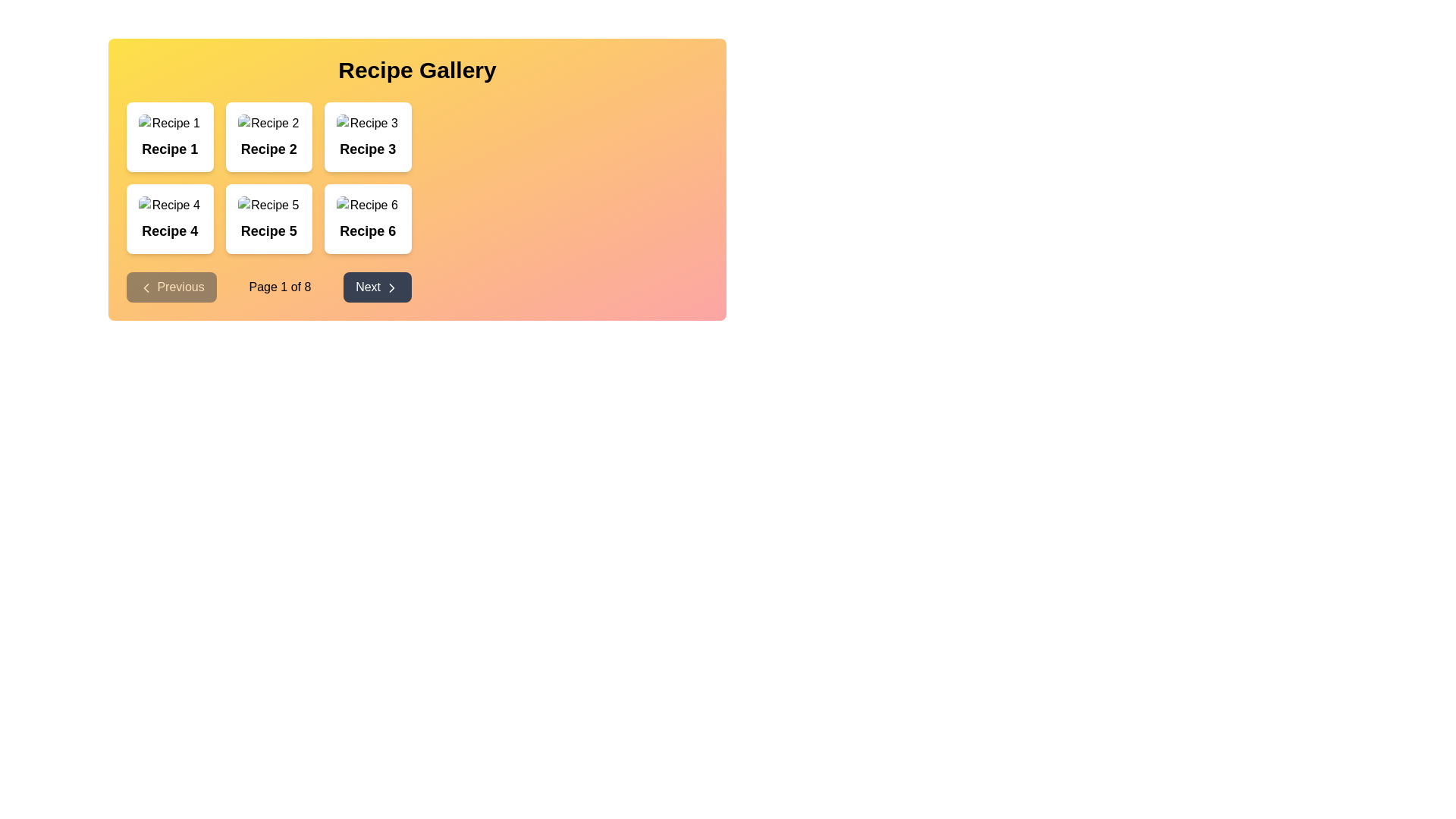 This screenshot has height=819, width=1456. What do you see at coordinates (391, 287) in the screenshot?
I see `the right-facing chevron icon located inside the dark button labeled 'Next' at the bottom-right corner of the recipe gallery interface` at bounding box center [391, 287].